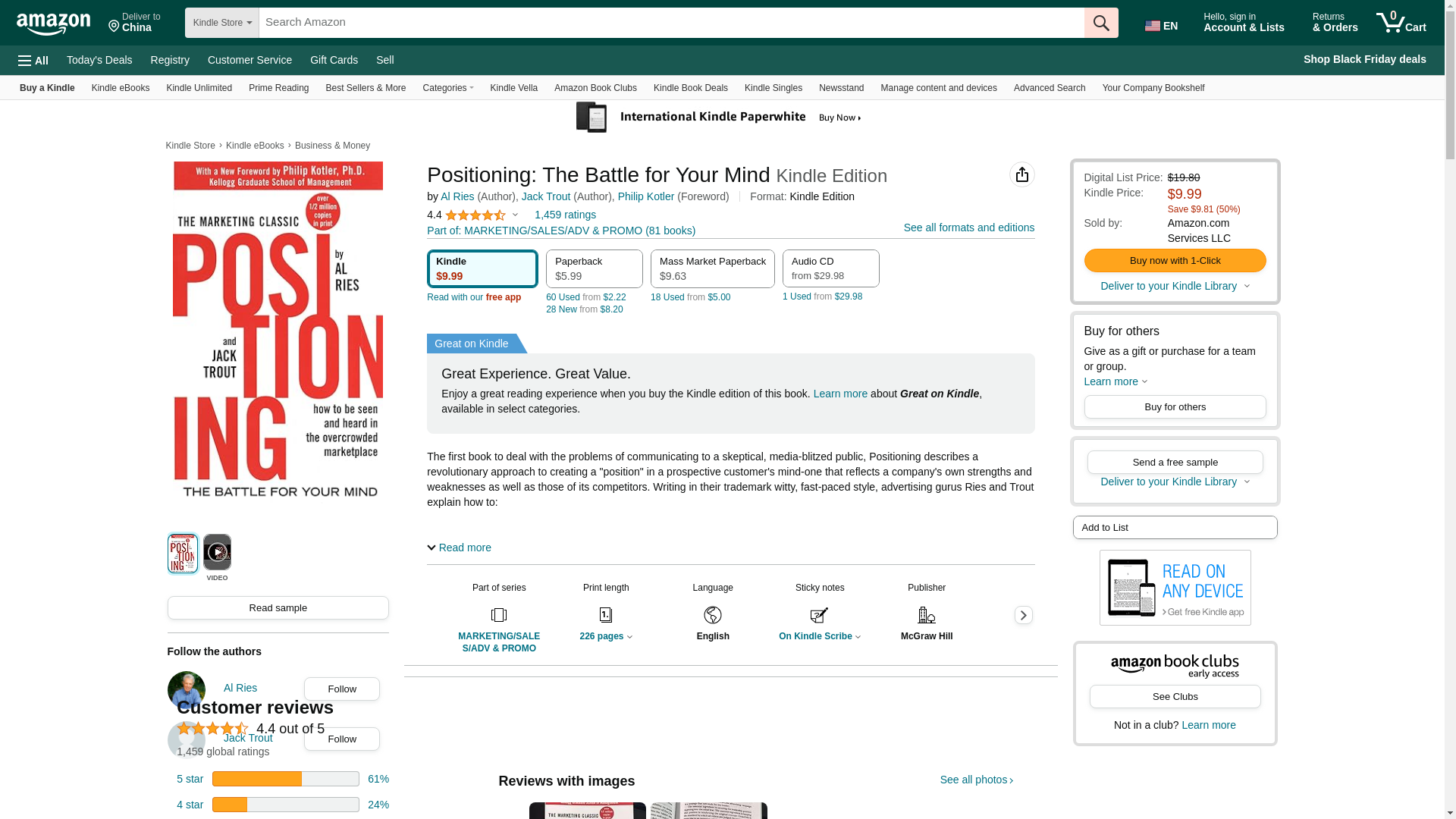  What do you see at coordinates (415, 87) in the screenshot?
I see `'Categories'` at bounding box center [415, 87].